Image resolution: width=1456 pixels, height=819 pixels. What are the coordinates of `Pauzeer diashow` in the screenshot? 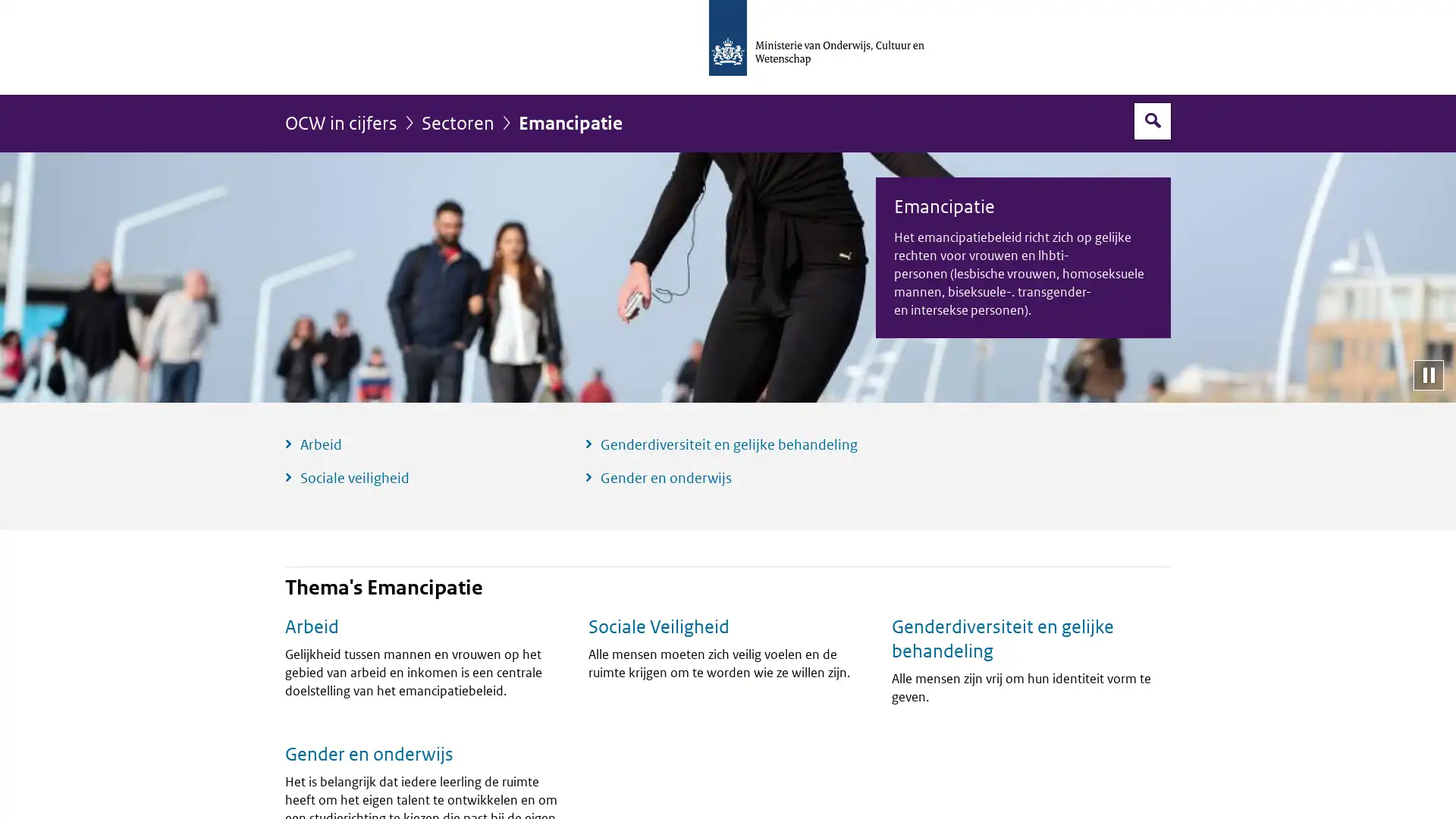 It's located at (1427, 374).